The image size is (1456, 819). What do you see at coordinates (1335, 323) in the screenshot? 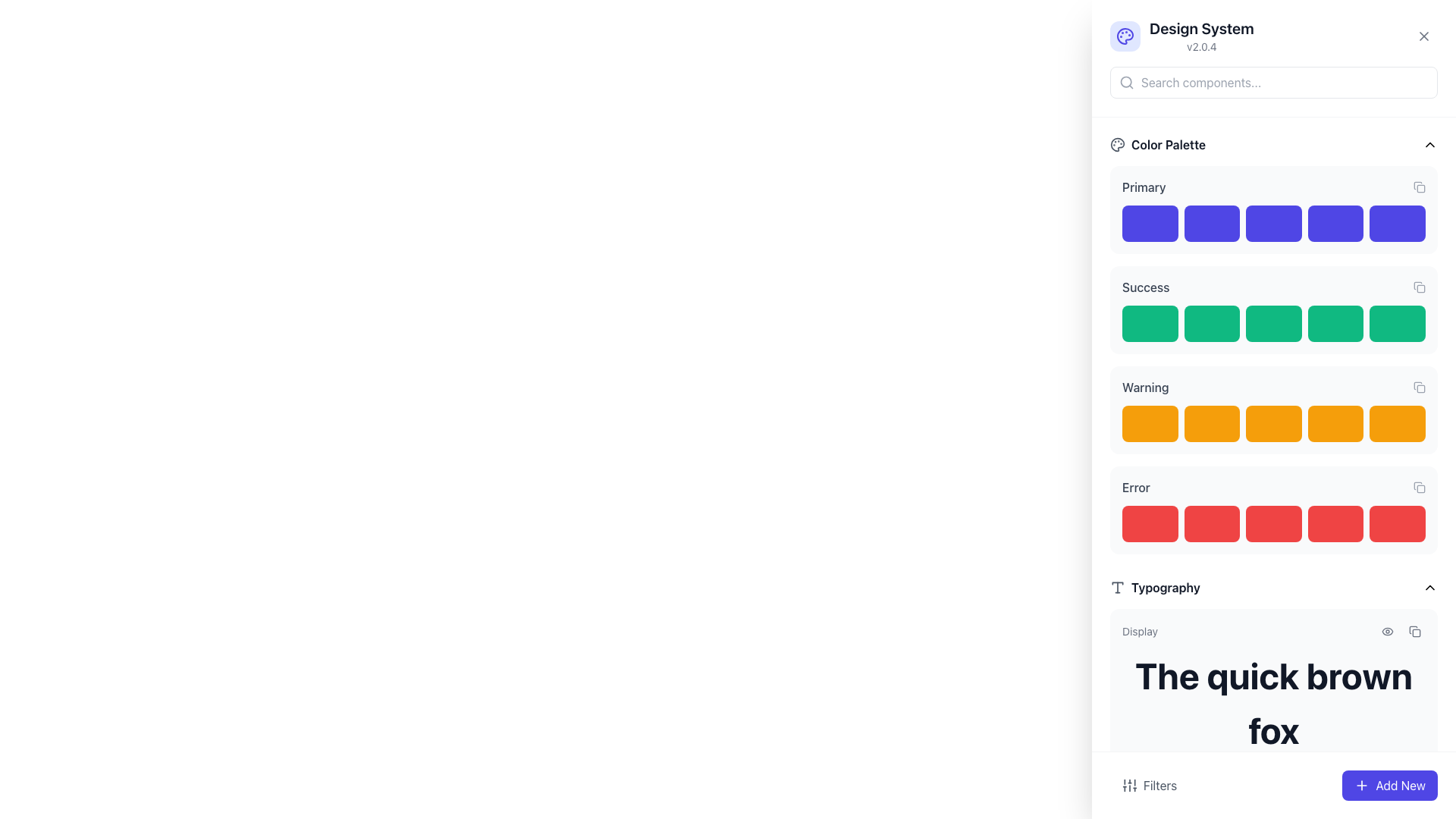
I see `the fourth rectangular component with a vibrant green background in the 'Color Palette' section under the 'Success' category` at bounding box center [1335, 323].